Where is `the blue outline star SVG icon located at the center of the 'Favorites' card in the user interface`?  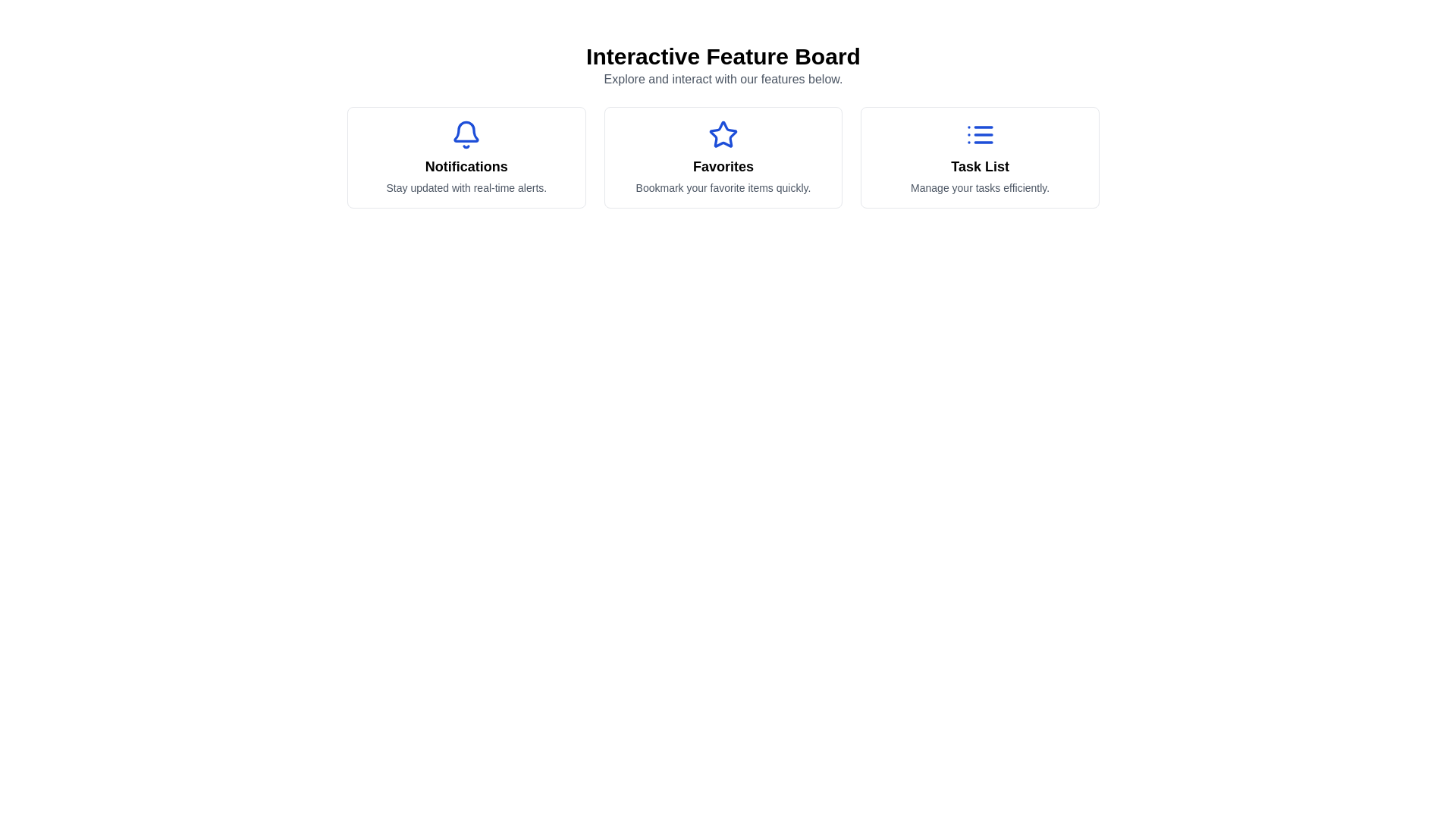
the blue outline star SVG icon located at the center of the 'Favorites' card in the user interface is located at coordinates (723, 133).